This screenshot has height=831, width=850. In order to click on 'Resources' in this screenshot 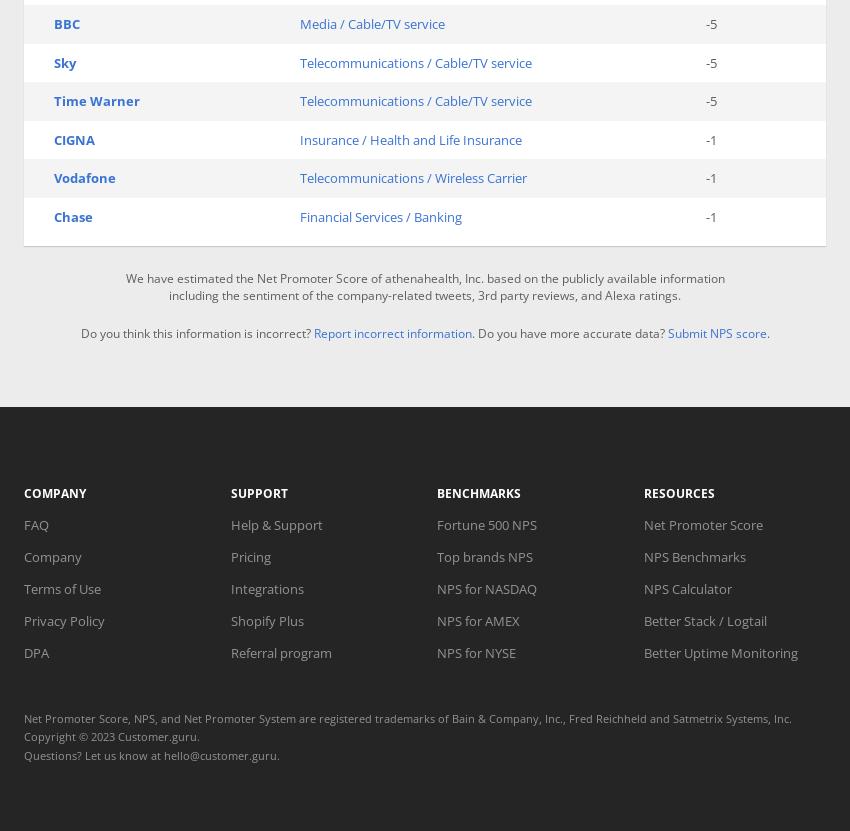, I will do `click(643, 492)`.